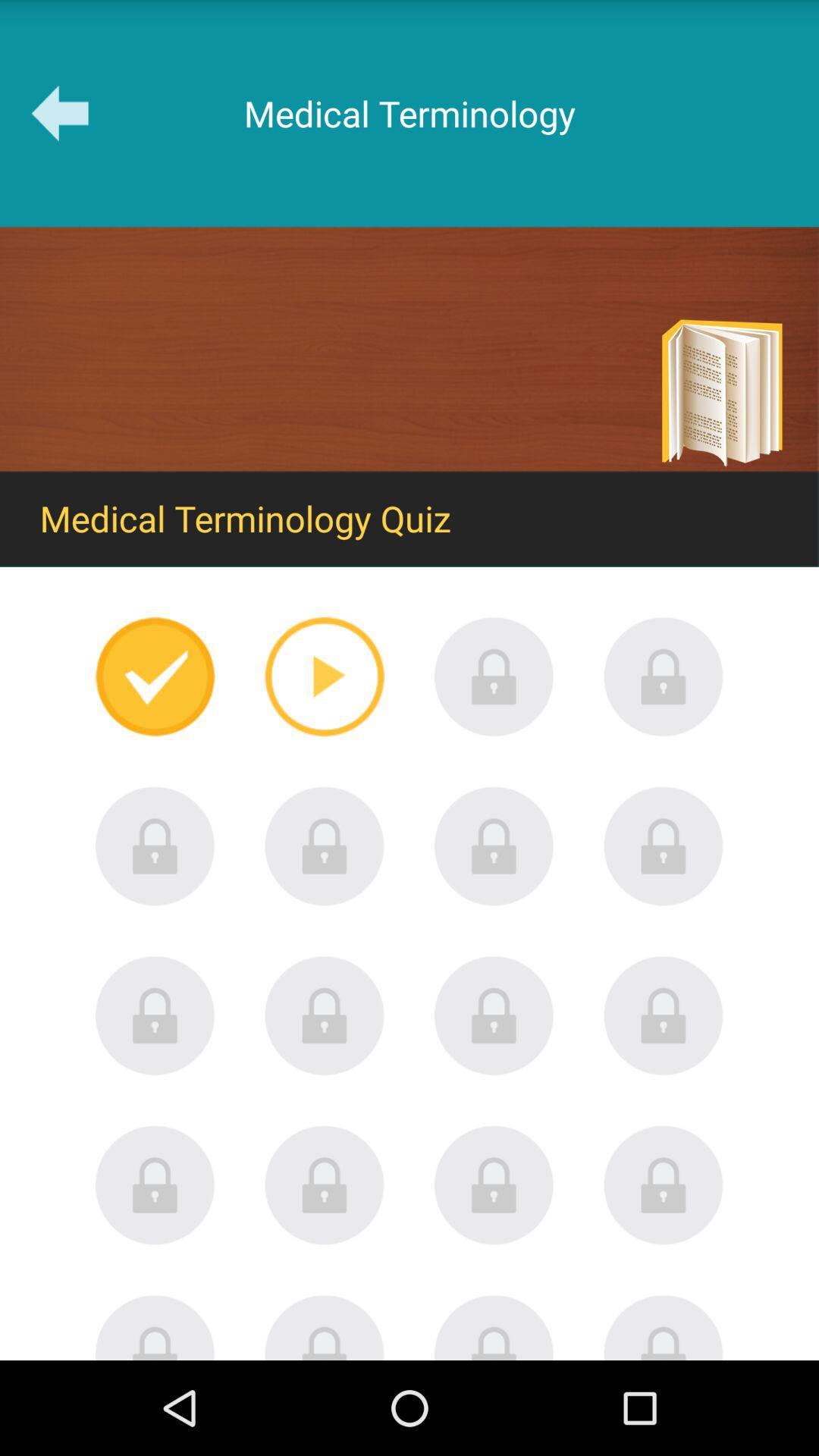  Describe the element at coordinates (663, 1086) in the screenshot. I see `the lock icon` at that location.